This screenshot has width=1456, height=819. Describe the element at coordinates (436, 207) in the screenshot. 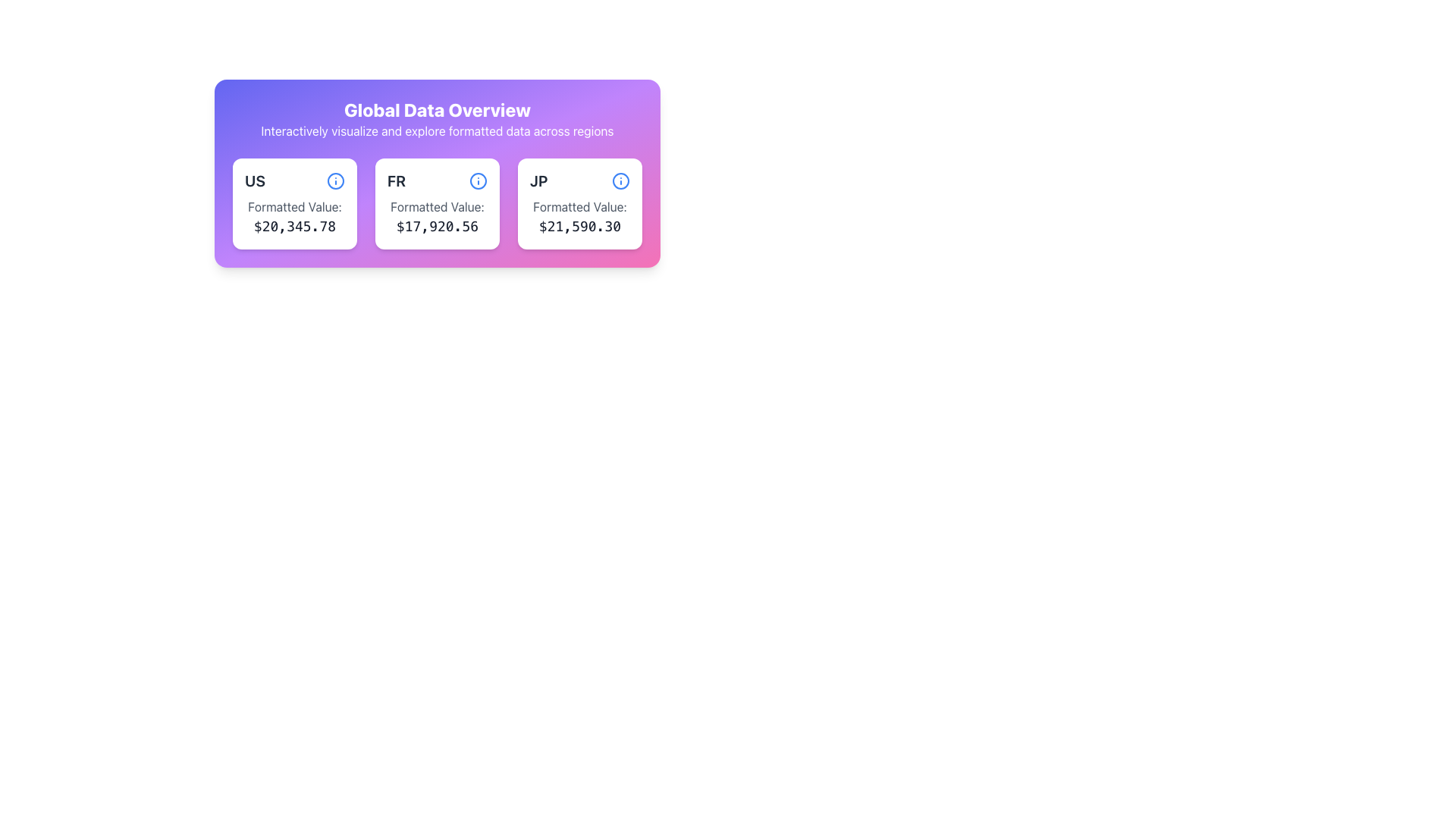

I see `the static text label displaying 'Formatted Value:' located in the middle panel identified by 'FR'` at that location.